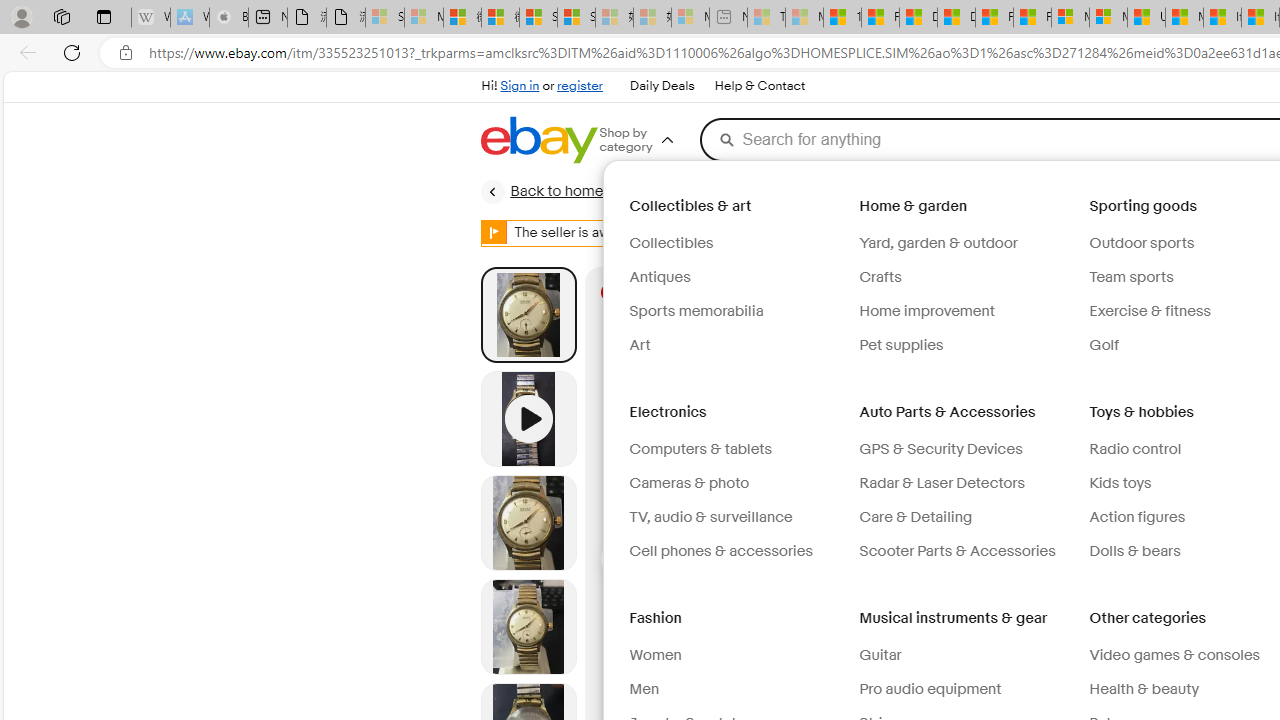  What do you see at coordinates (939, 448) in the screenshot?
I see `'GPS & Security Devices'` at bounding box center [939, 448].